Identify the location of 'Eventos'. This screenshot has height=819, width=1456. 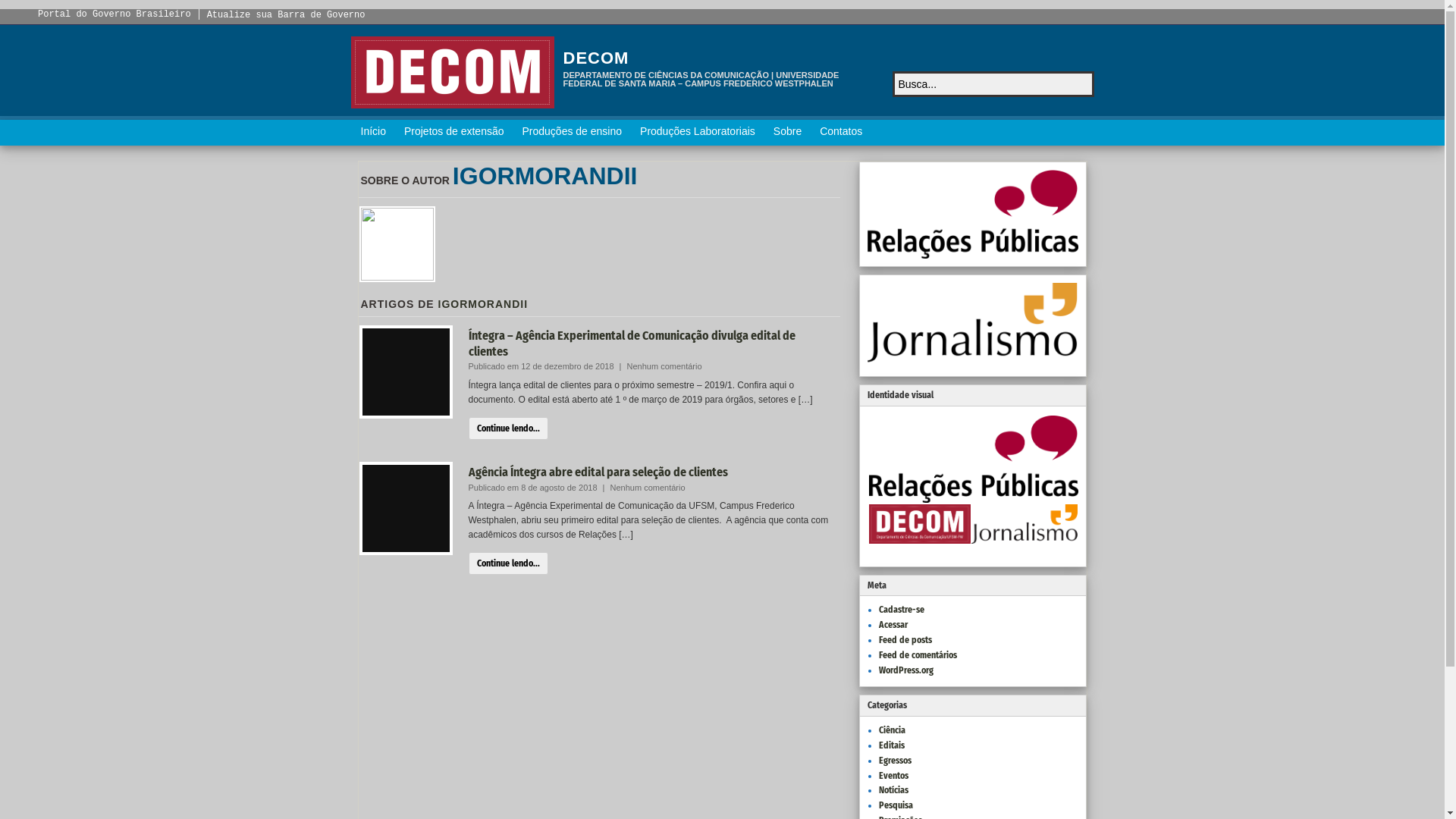
(877, 775).